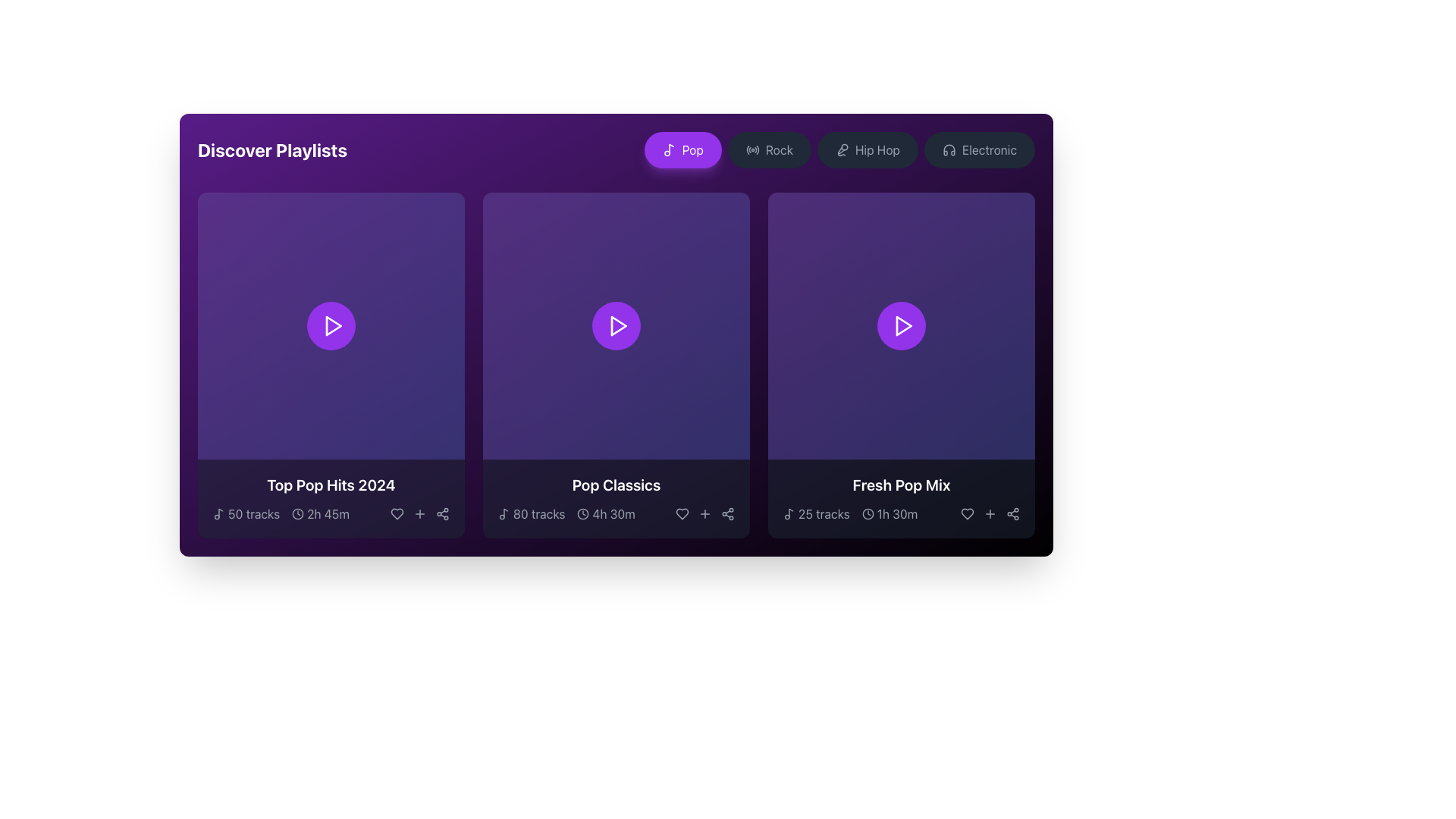 The width and height of the screenshot is (1456, 819). What do you see at coordinates (990, 149) in the screenshot?
I see `the 'Electronic' text label within the button` at bounding box center [990, 149].